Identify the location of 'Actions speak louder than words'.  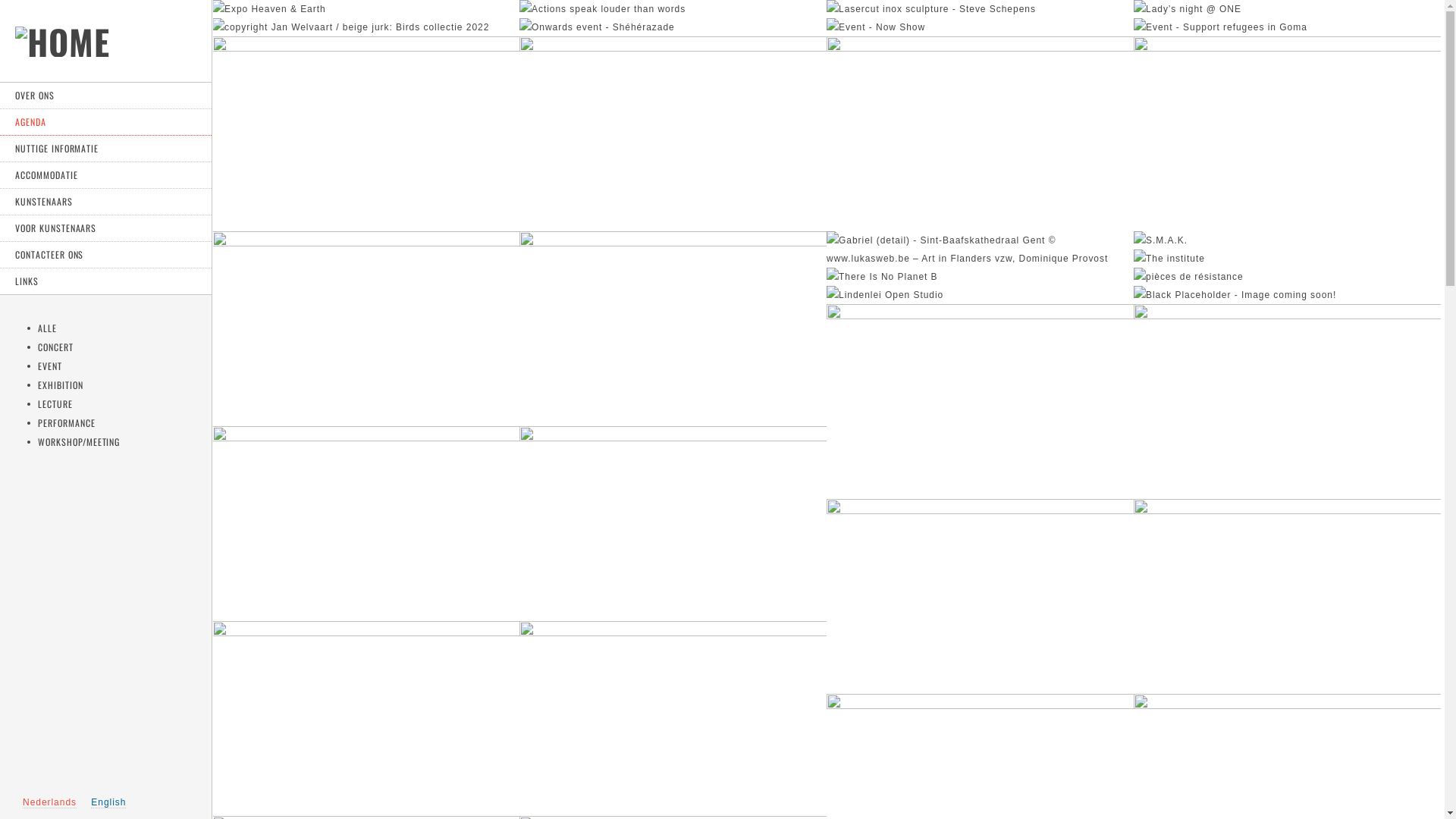
(601, 8).